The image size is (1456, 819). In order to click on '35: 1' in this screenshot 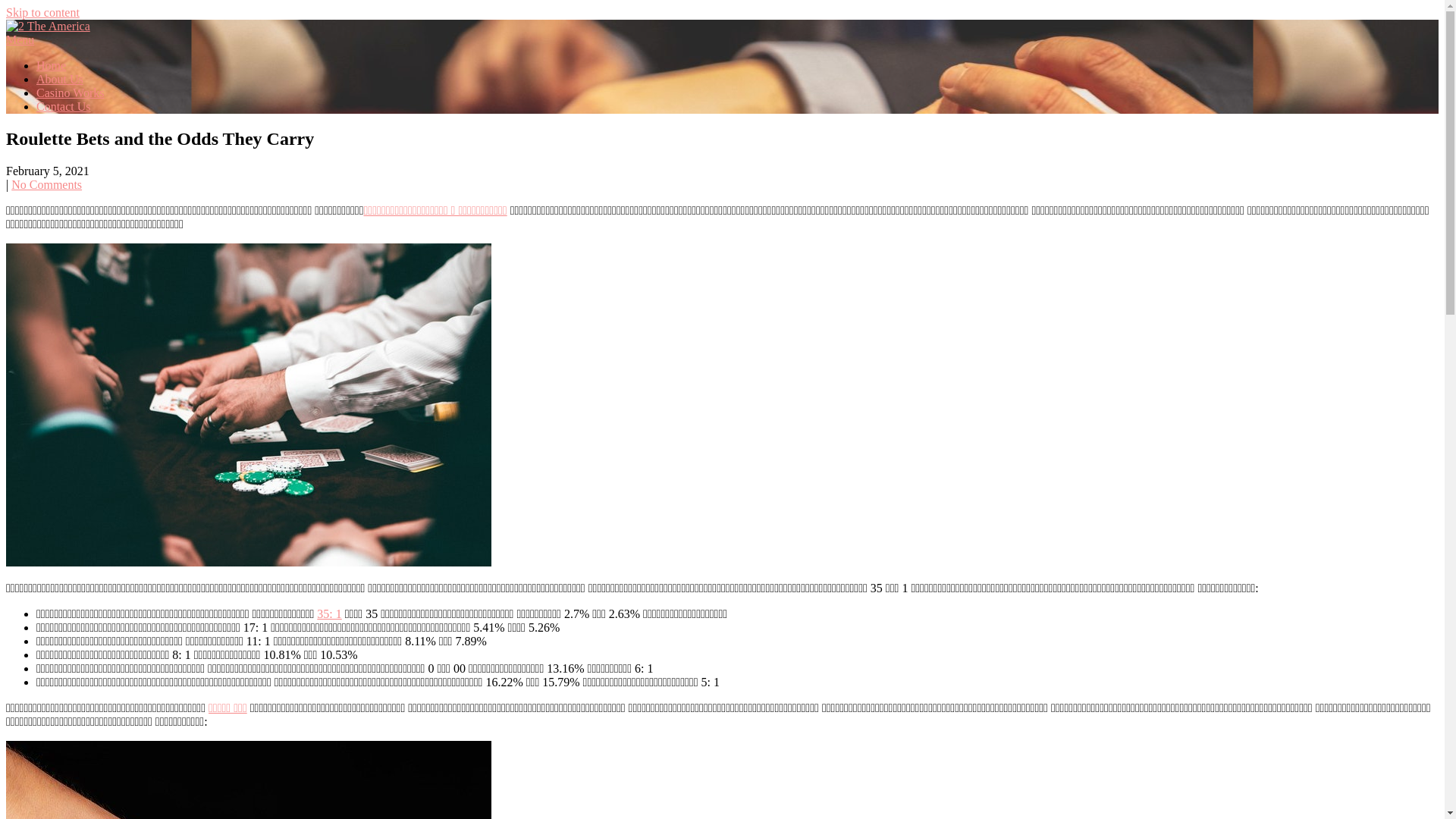, I will do `click(315, 613)`.